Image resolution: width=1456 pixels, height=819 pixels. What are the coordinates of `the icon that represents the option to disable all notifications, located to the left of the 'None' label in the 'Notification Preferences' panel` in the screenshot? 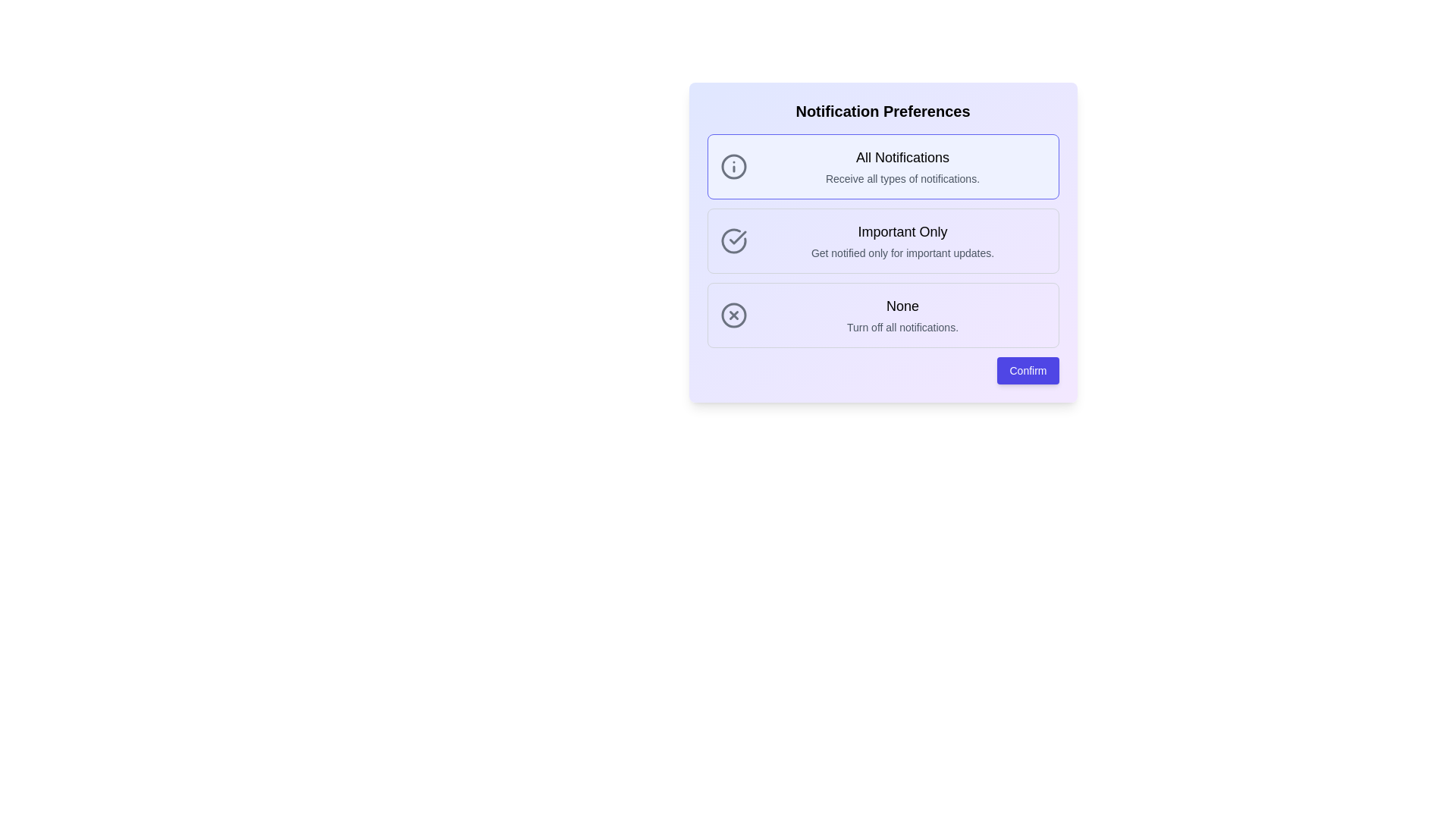 It's located at (733, 315).